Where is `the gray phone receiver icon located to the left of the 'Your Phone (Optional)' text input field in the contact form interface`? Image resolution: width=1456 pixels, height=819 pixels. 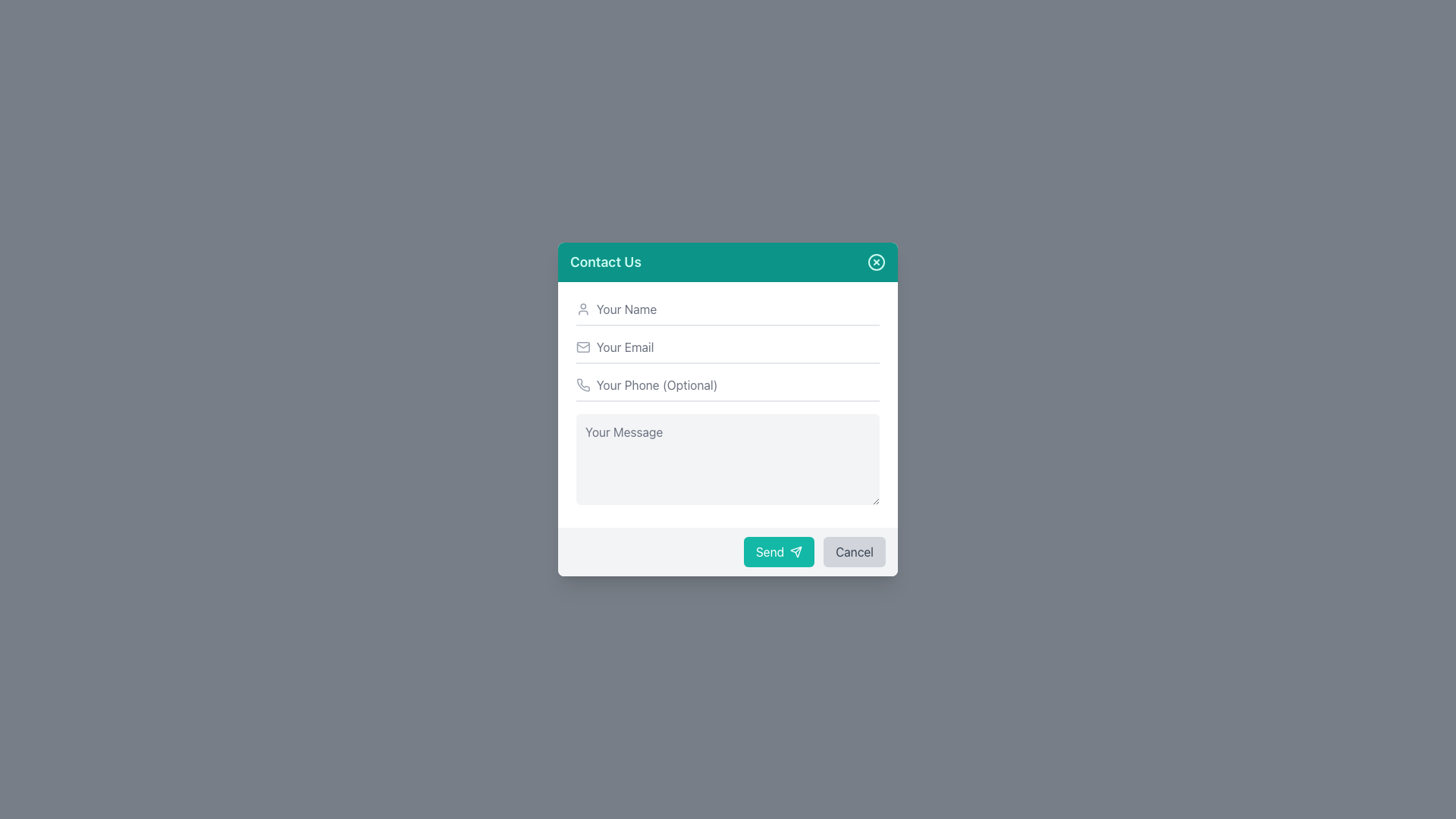
the gray phone receiver icon located to the left of the 'Your Phone (Optional)' text input field in the contact form interface is located at coordinates (582, 384).